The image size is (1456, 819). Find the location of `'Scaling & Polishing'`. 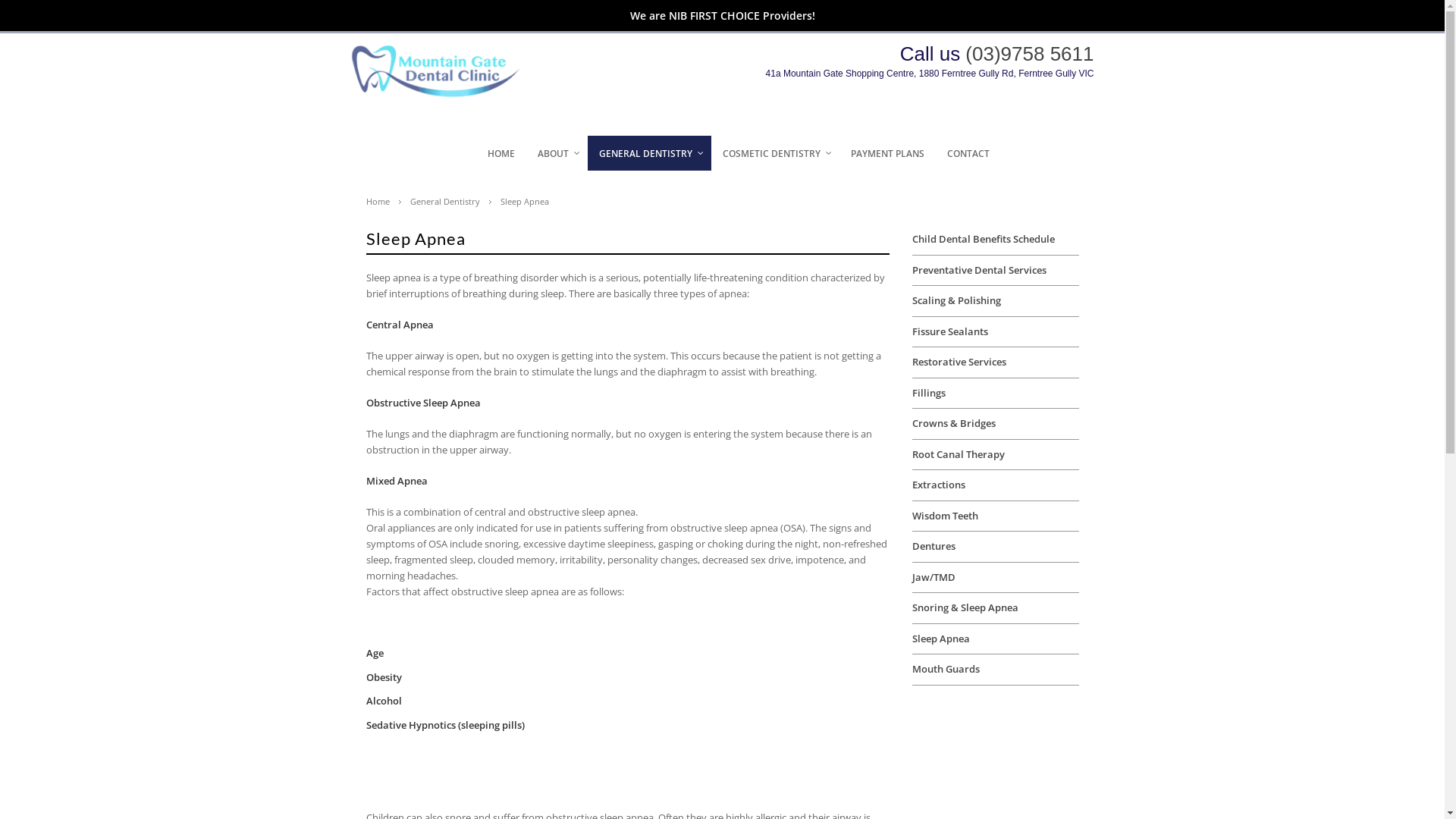

'Scaling & Polishing' is located at coordinates (955, 300).